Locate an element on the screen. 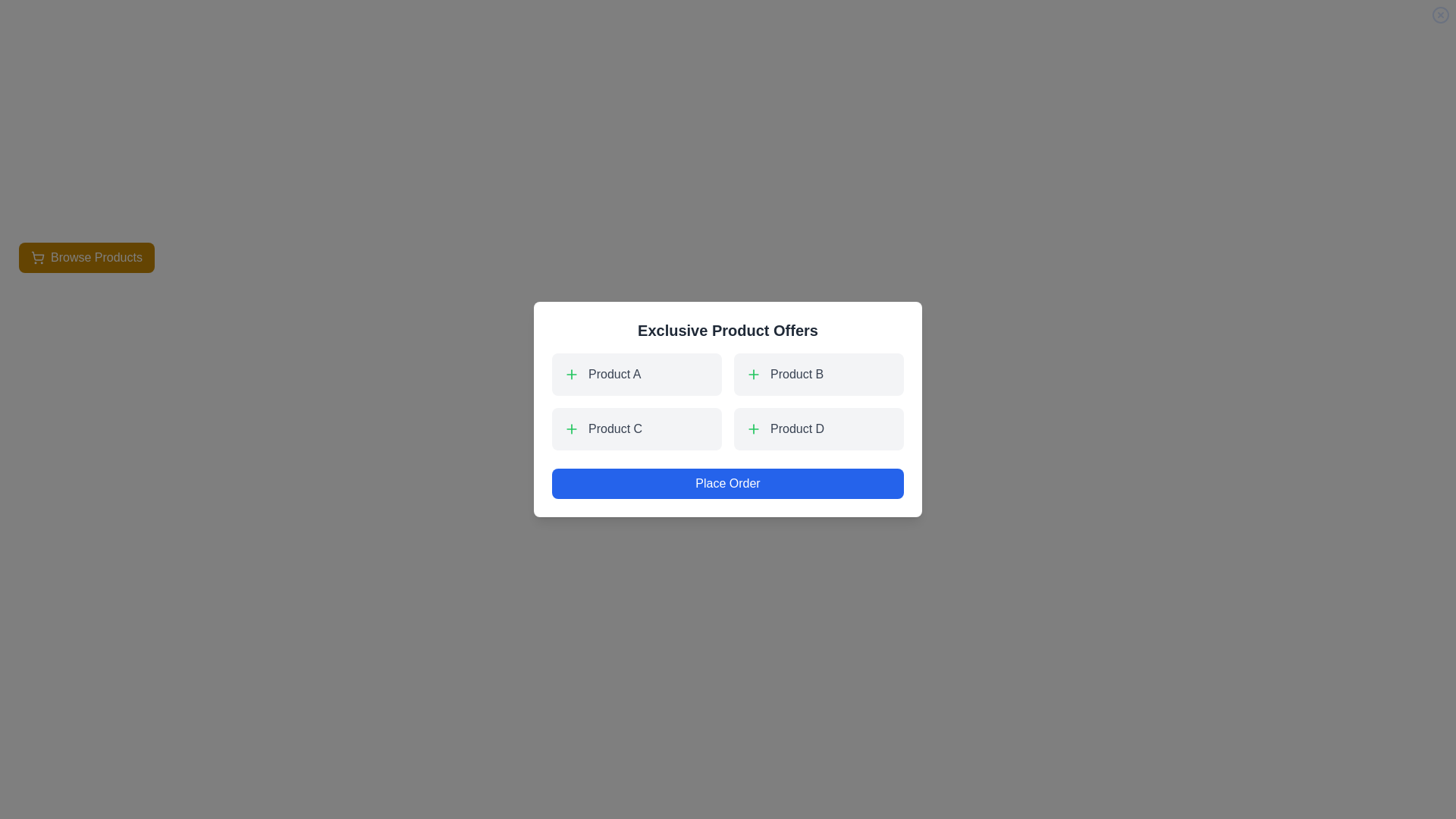  the icon button positioned towards the left side of the 'Product D' box is located at coordinates (753, 429).